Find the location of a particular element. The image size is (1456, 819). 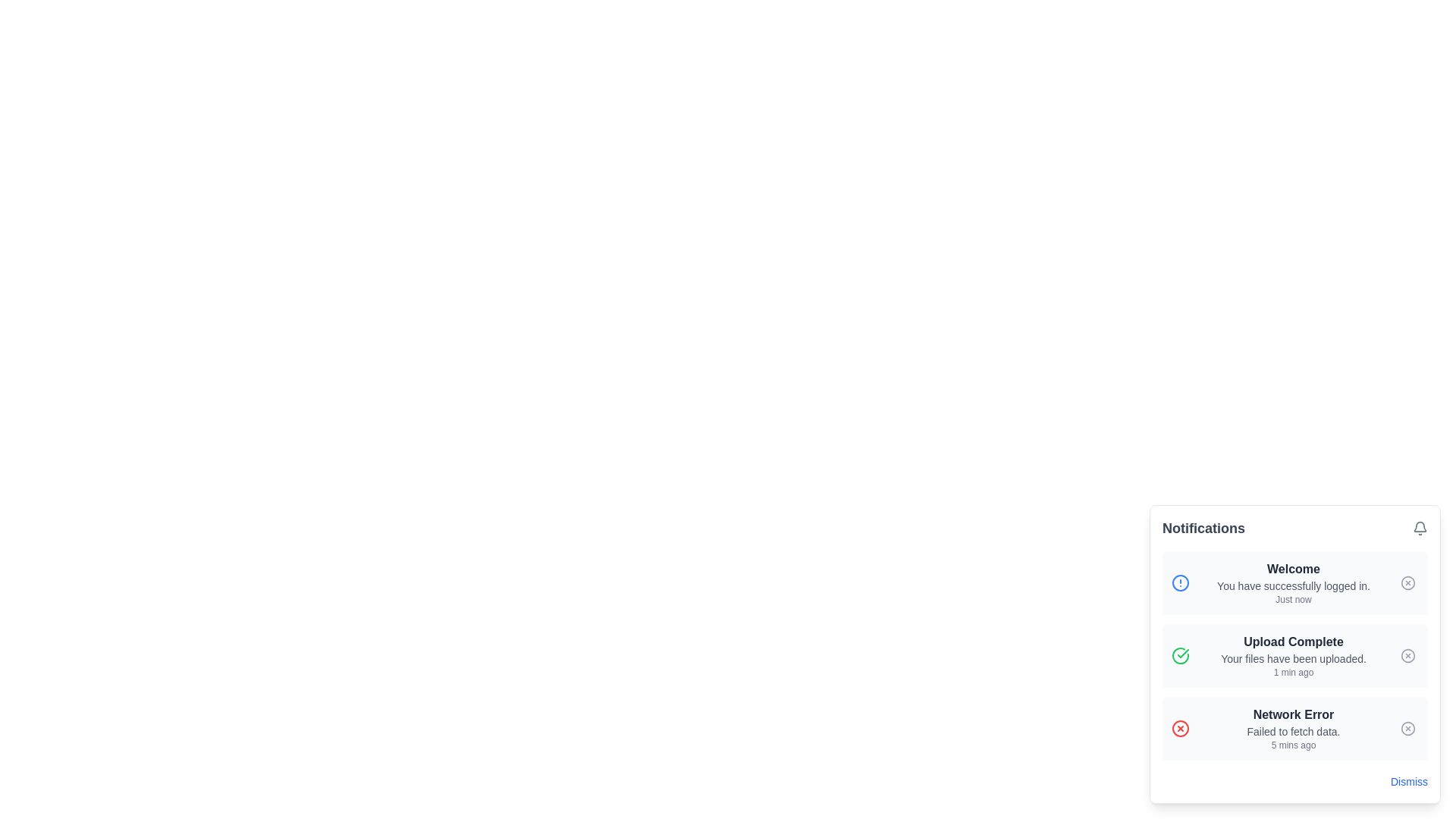

the text label stating 'Your files have been uploaded.' located within the notification group titled 'Upload Complete.' is located at coordinates (1292, 657).